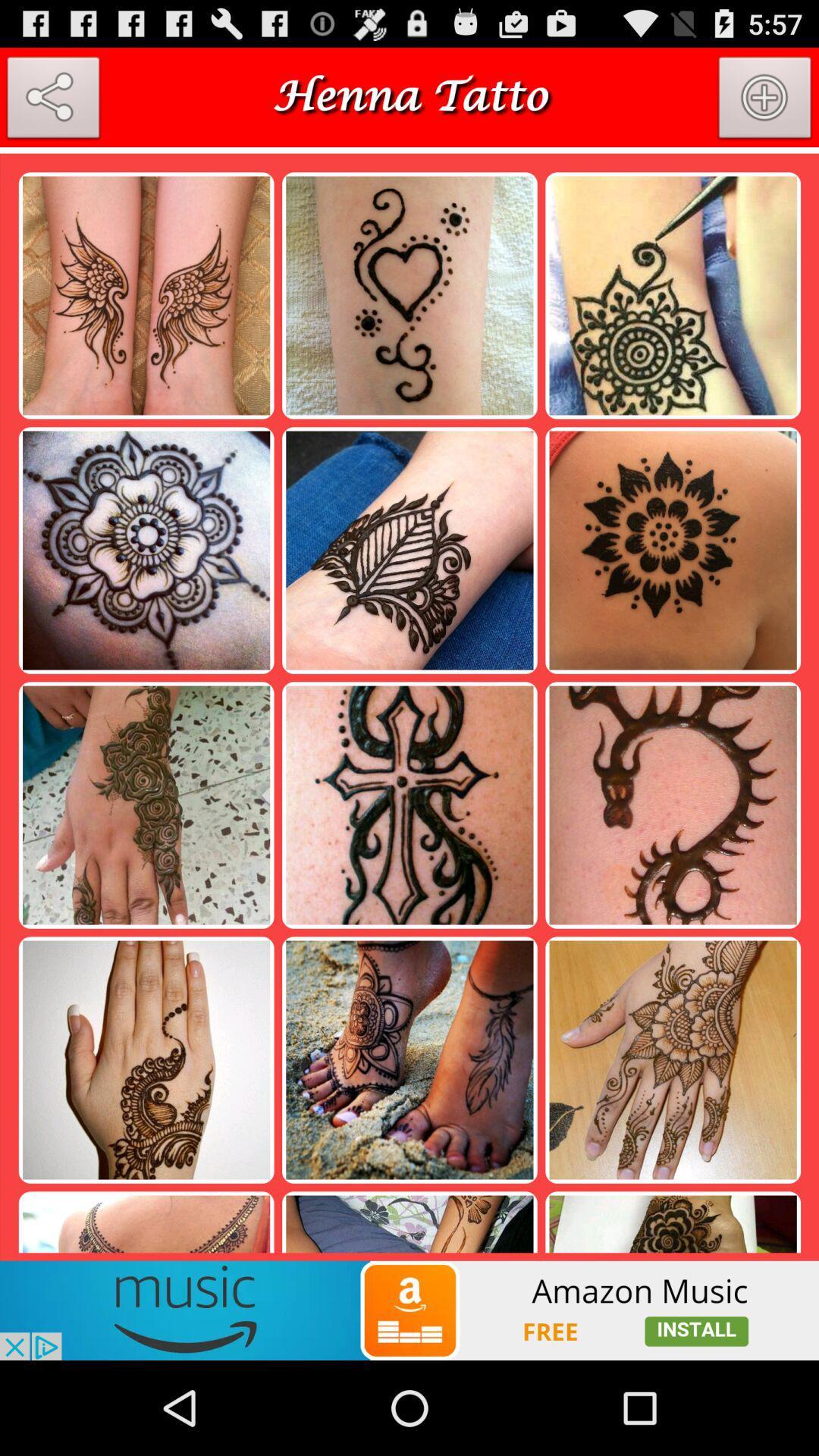 This screenshot has height=1456, width=819. I want to click on amazon music, so click(409, 1310).